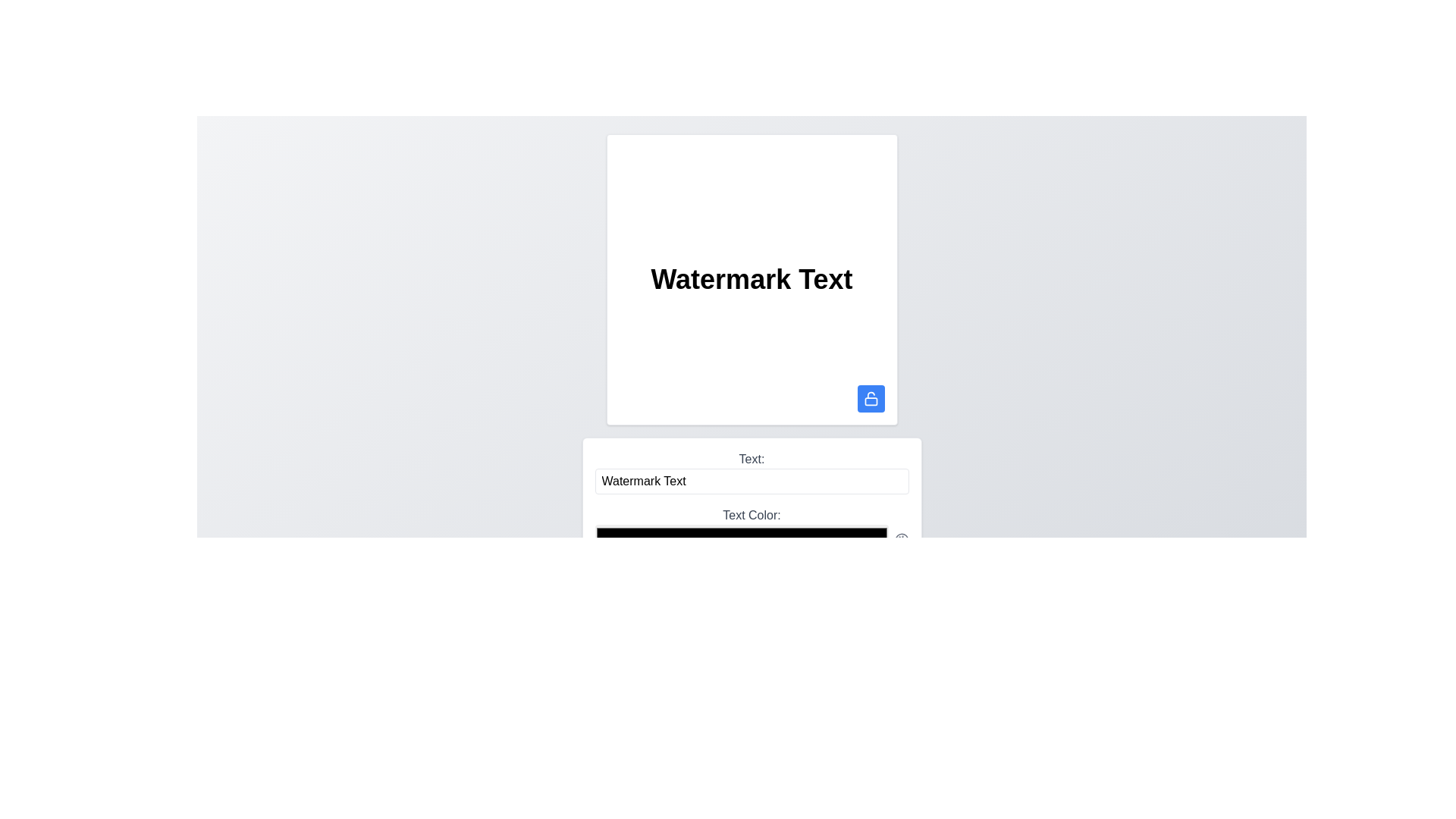  I want to click on the lower rectangular part of the lock icon located in the bottom-right corner of the primary content area, so click(871, 400).